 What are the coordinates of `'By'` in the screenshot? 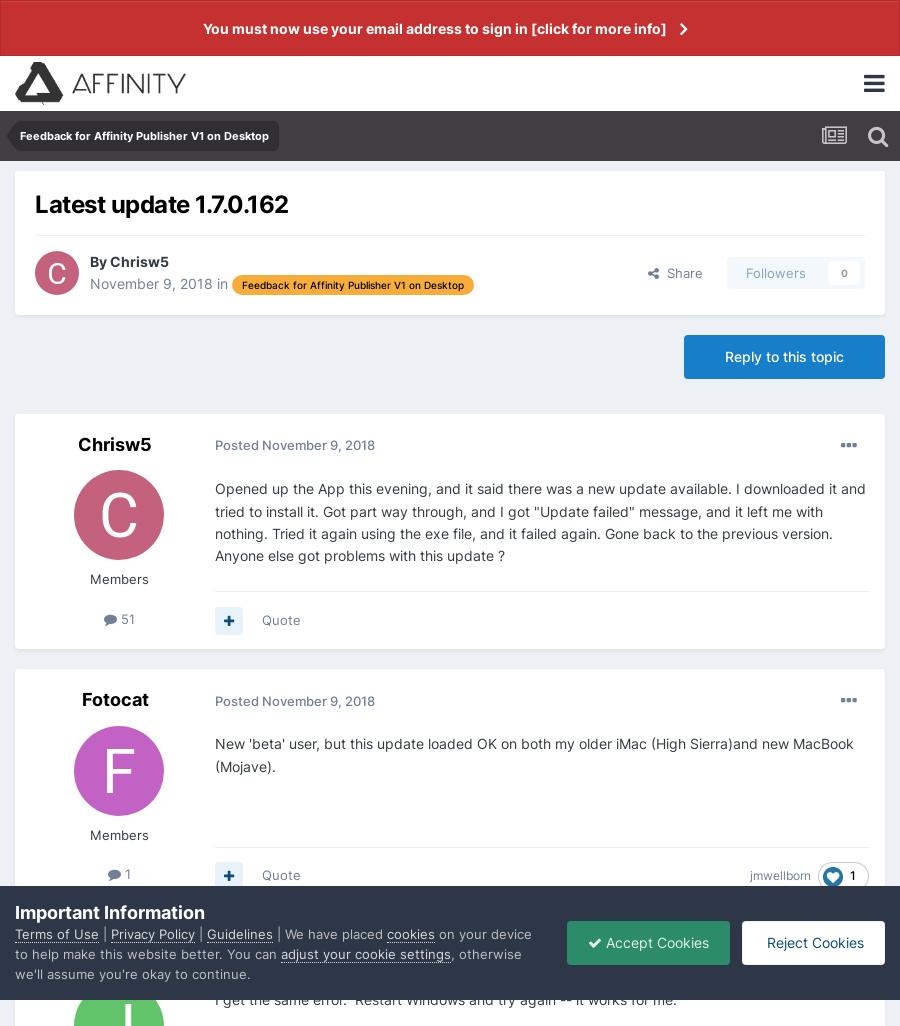 It's located at (89, 260).